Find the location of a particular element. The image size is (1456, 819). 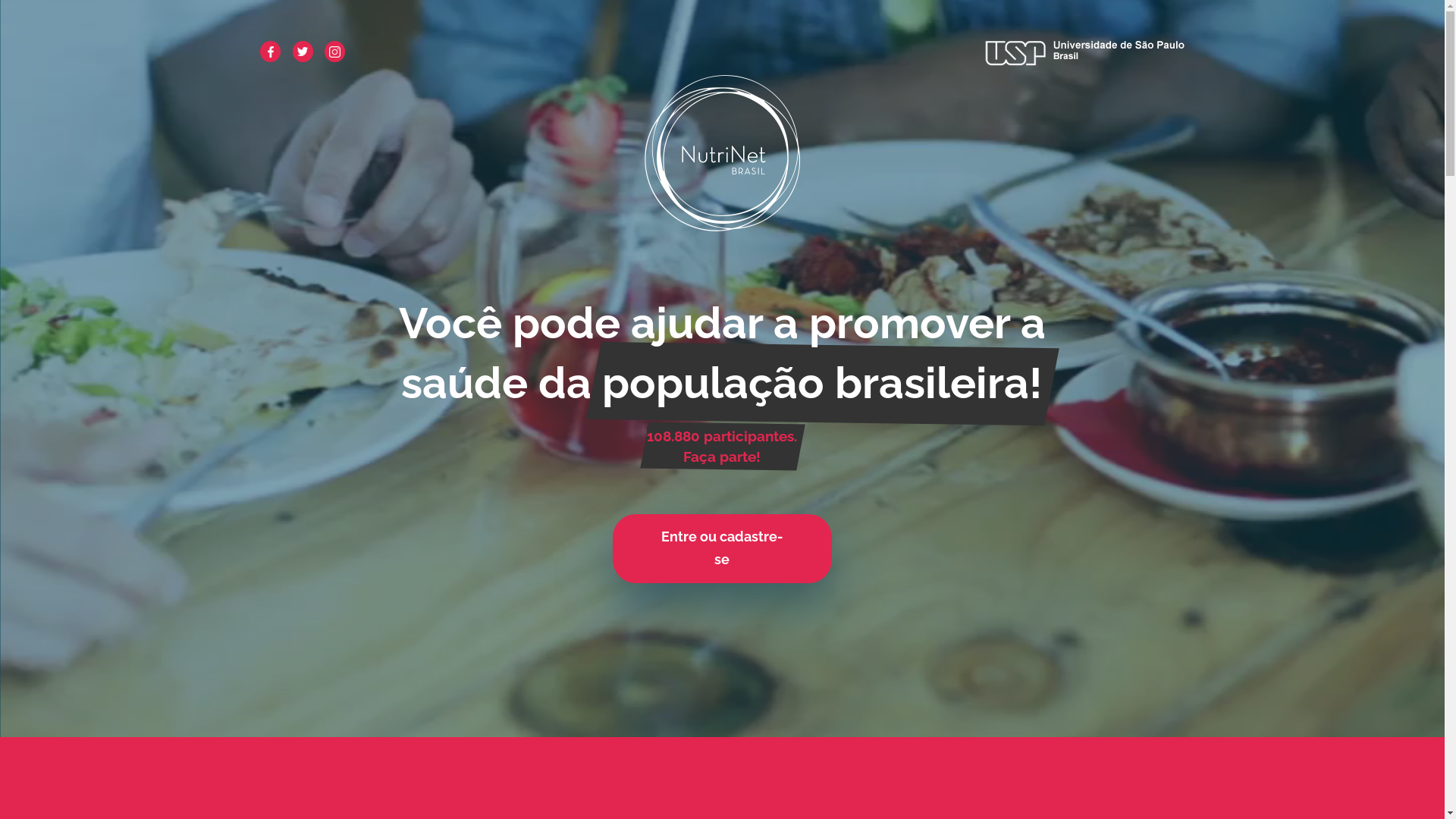

'Entre ou cadastre-se' is located at coordinates (720, 549).